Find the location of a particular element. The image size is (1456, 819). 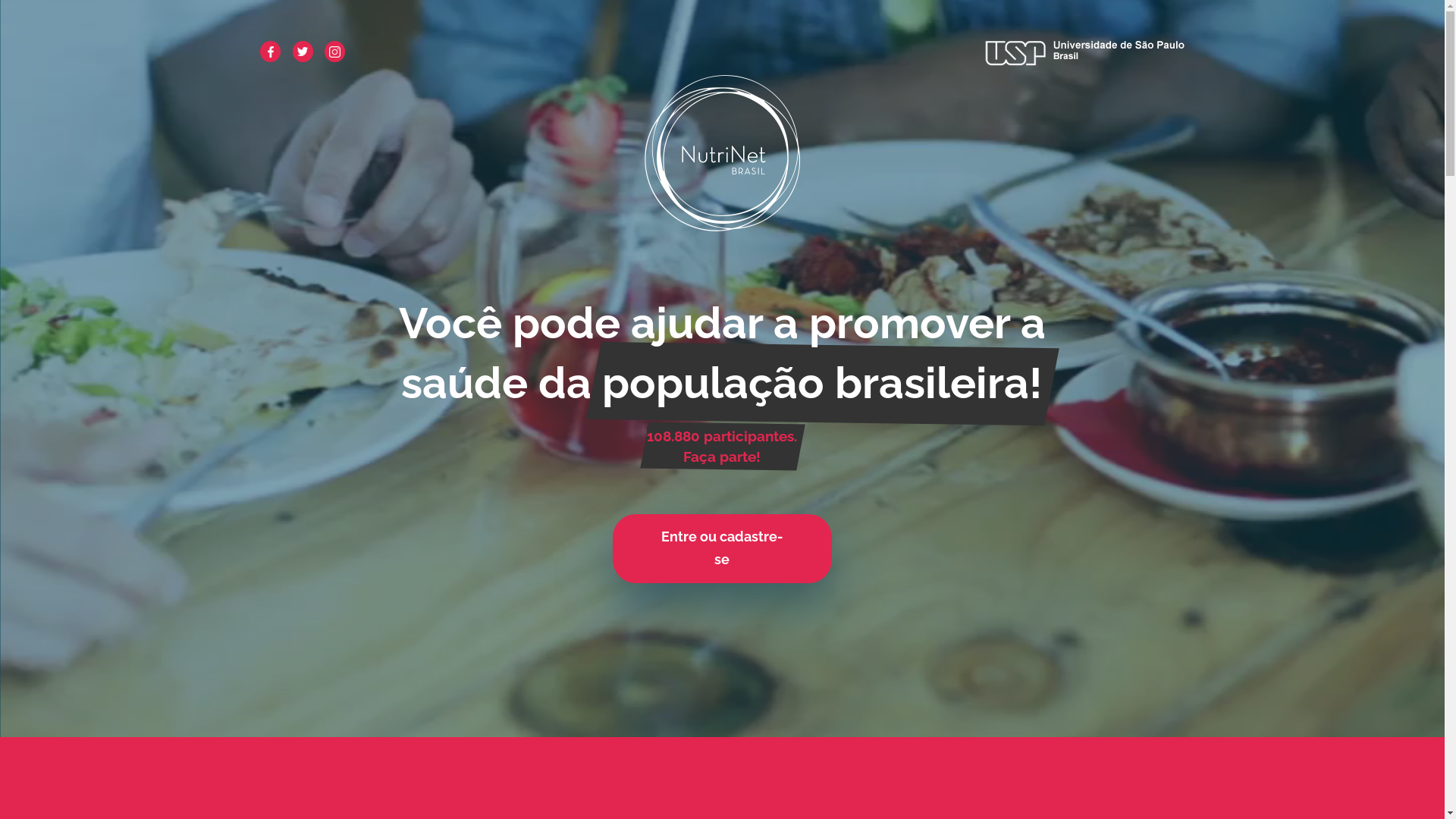

'Entre ou cadastre-se' is located at coordinates (720, 549).